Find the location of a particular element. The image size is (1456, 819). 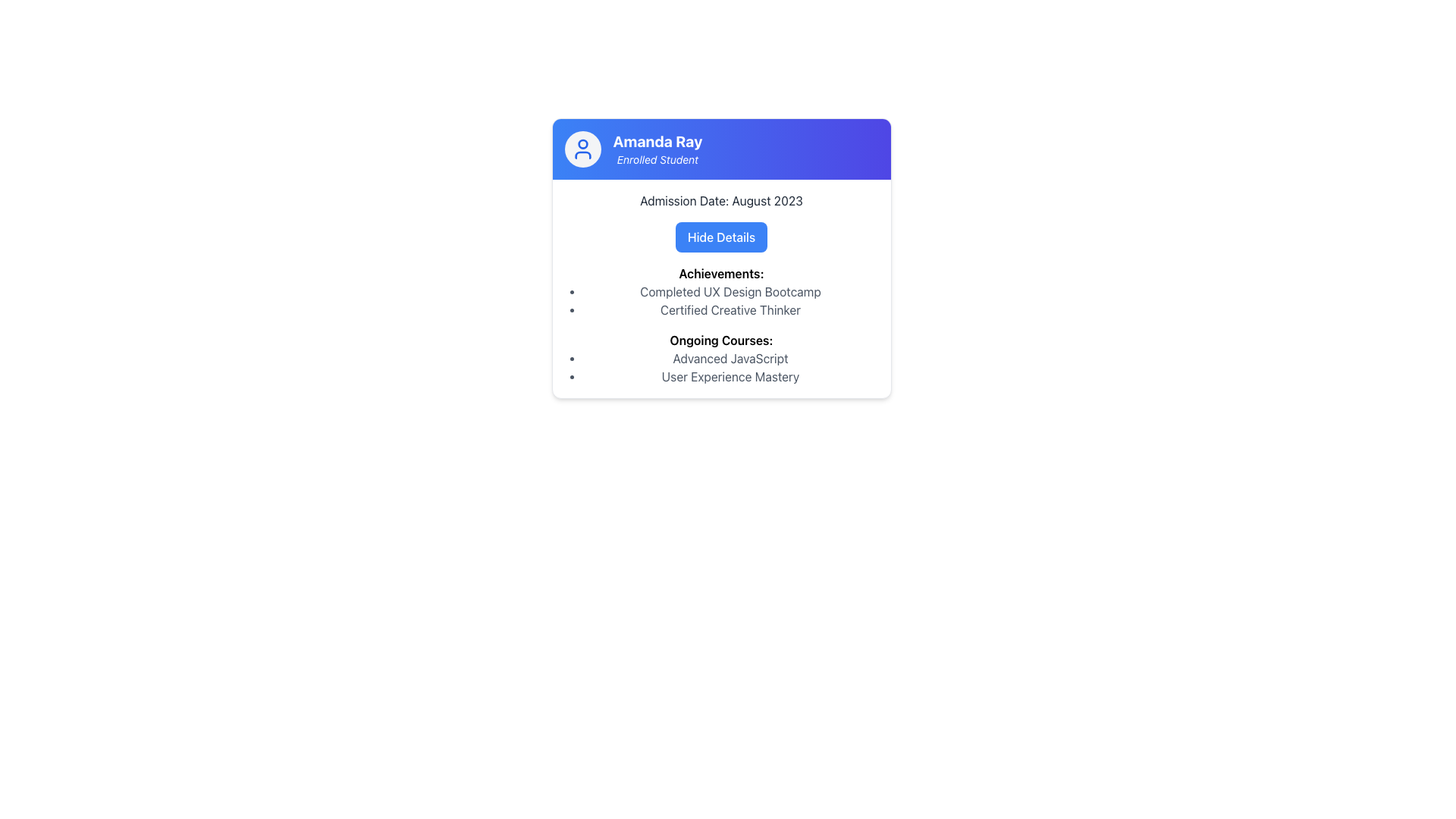

the second item in the bulleted list under the 'Achievements:' section, which informs the user about a specific achievement related to the listed individual is located at coordinates (730, 309).